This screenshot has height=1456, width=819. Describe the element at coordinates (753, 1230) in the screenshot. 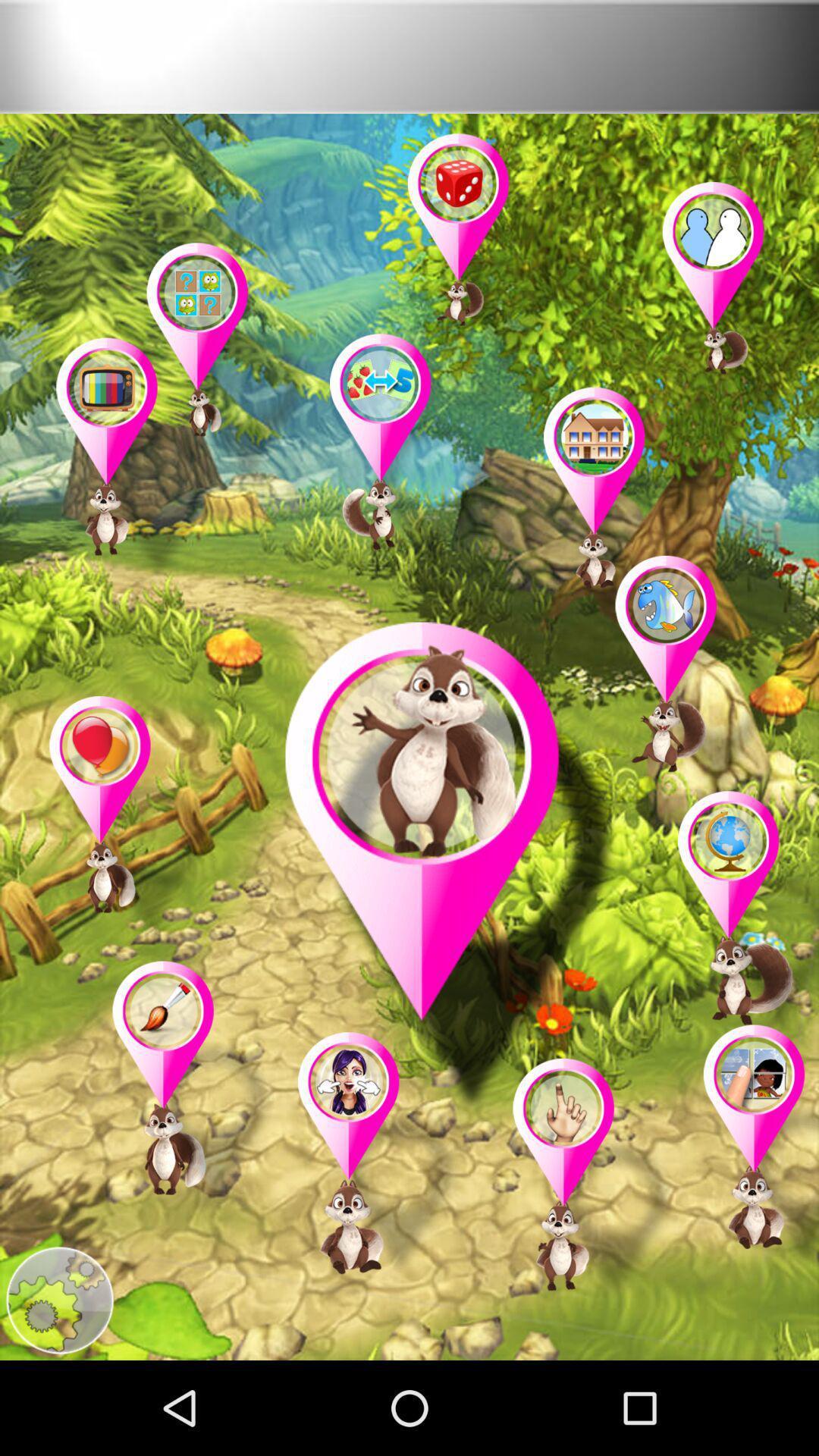

I see `the location icon` at that location.